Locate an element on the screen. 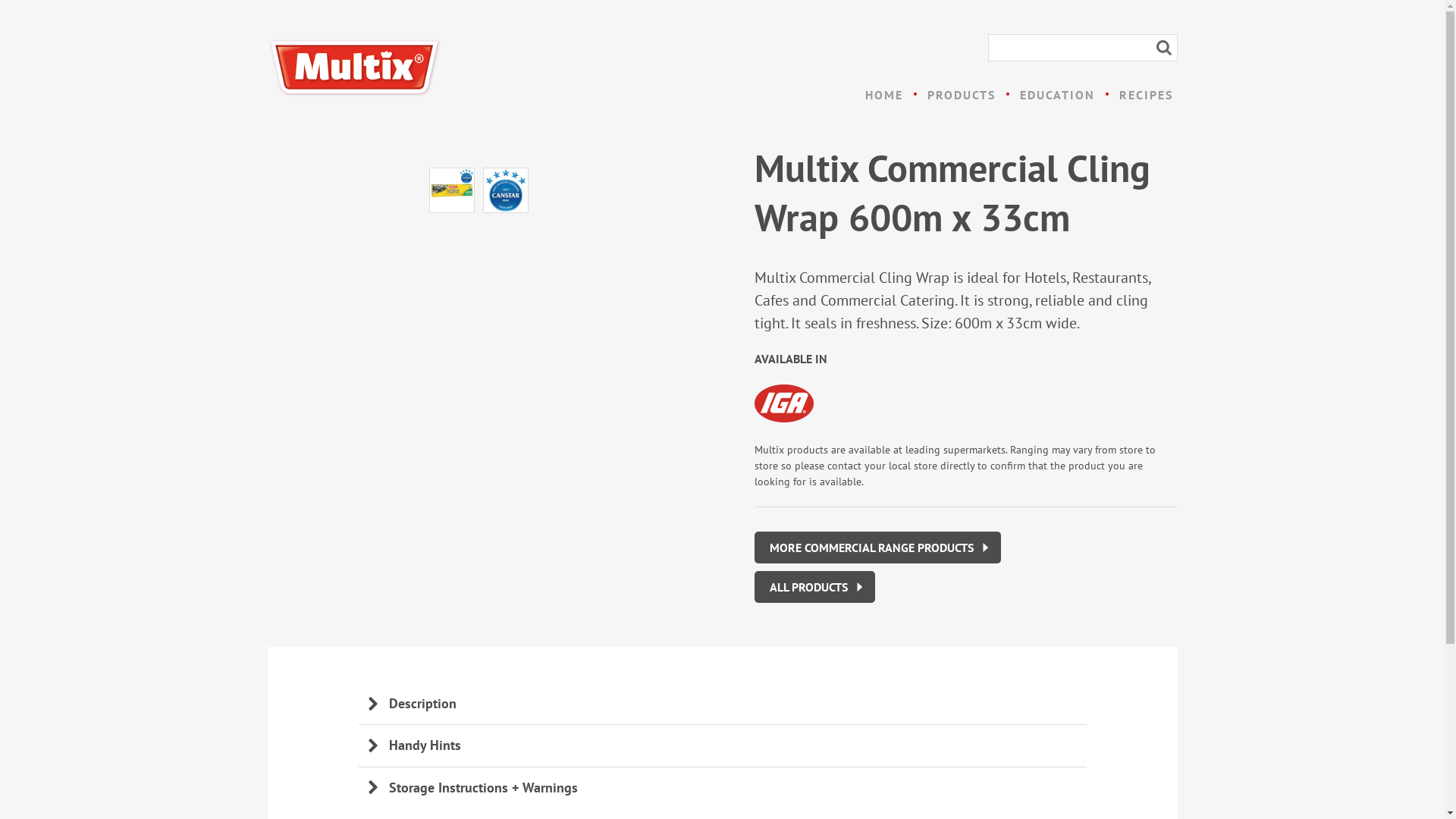 This screenshot has width=1456, height=819. 'RECIPES' is located at coordinates (1146, 94).